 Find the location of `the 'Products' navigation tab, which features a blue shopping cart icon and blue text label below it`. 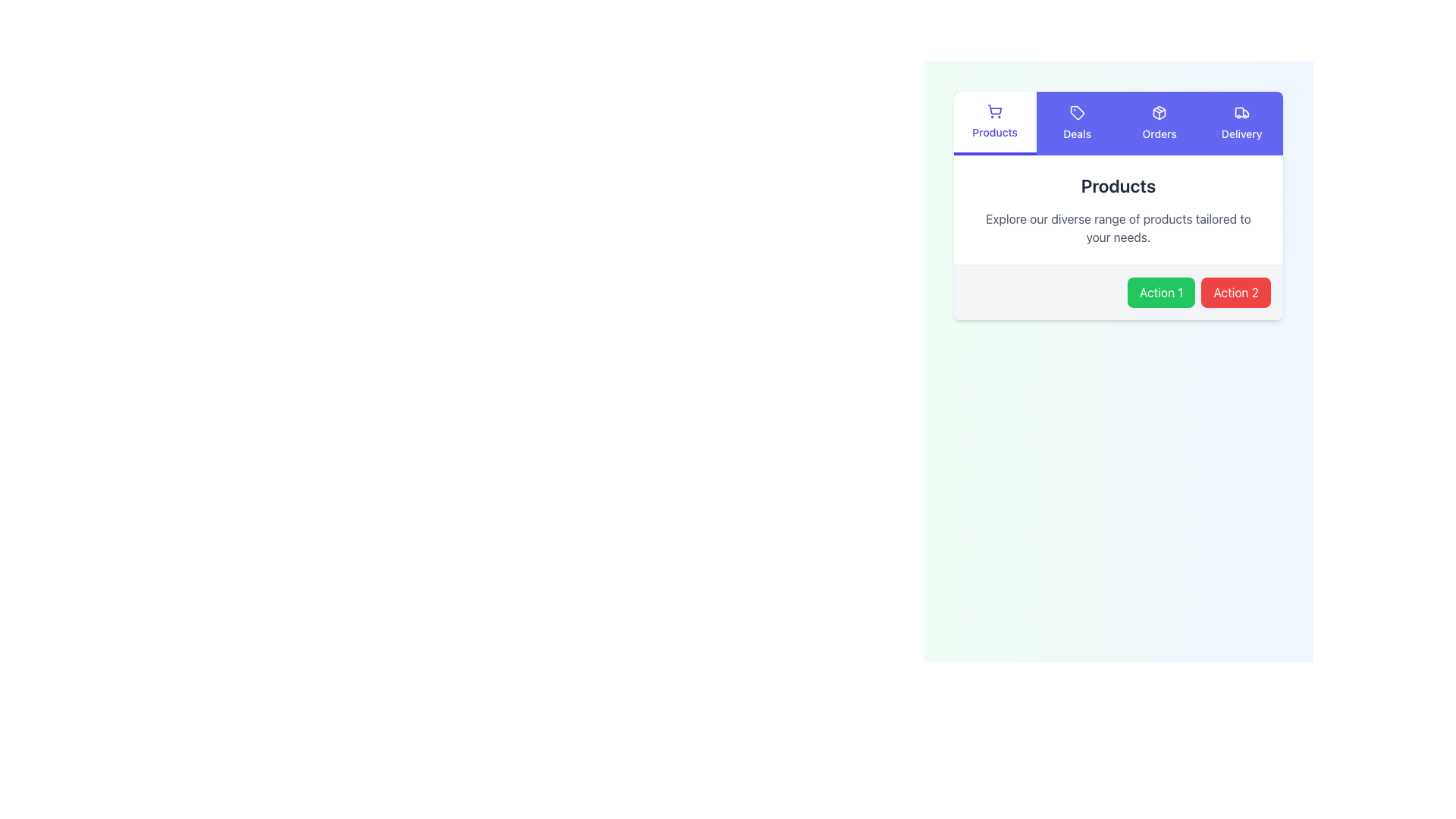

the 'Products' navigation tab, which features a blue shopping cart icon and blue text label below it is located at coordinates (995, 121).